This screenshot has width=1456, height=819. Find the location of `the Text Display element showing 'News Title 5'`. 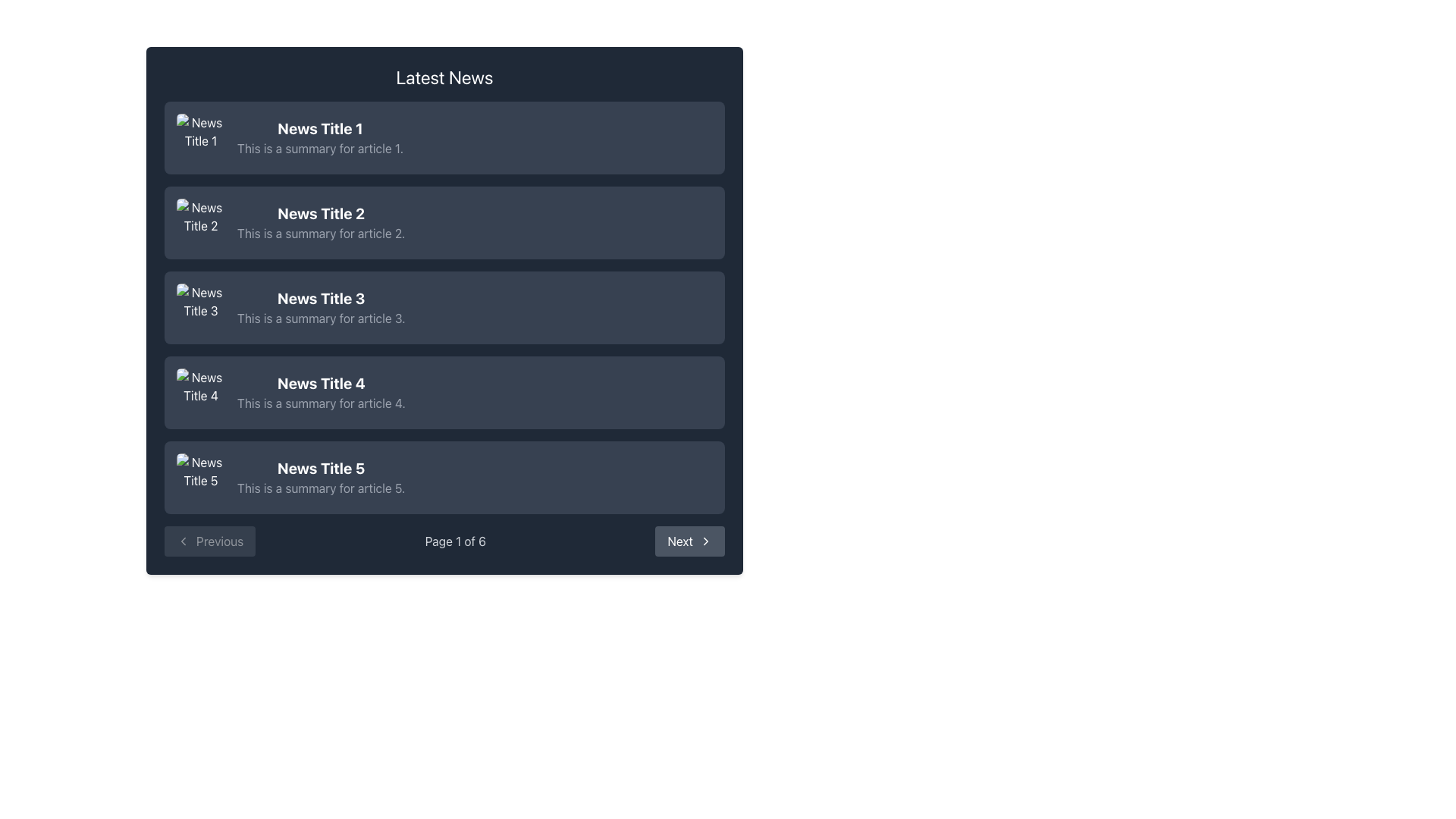

the Text Display element showing 'News Title 5' is located at coordinates (320, 476).